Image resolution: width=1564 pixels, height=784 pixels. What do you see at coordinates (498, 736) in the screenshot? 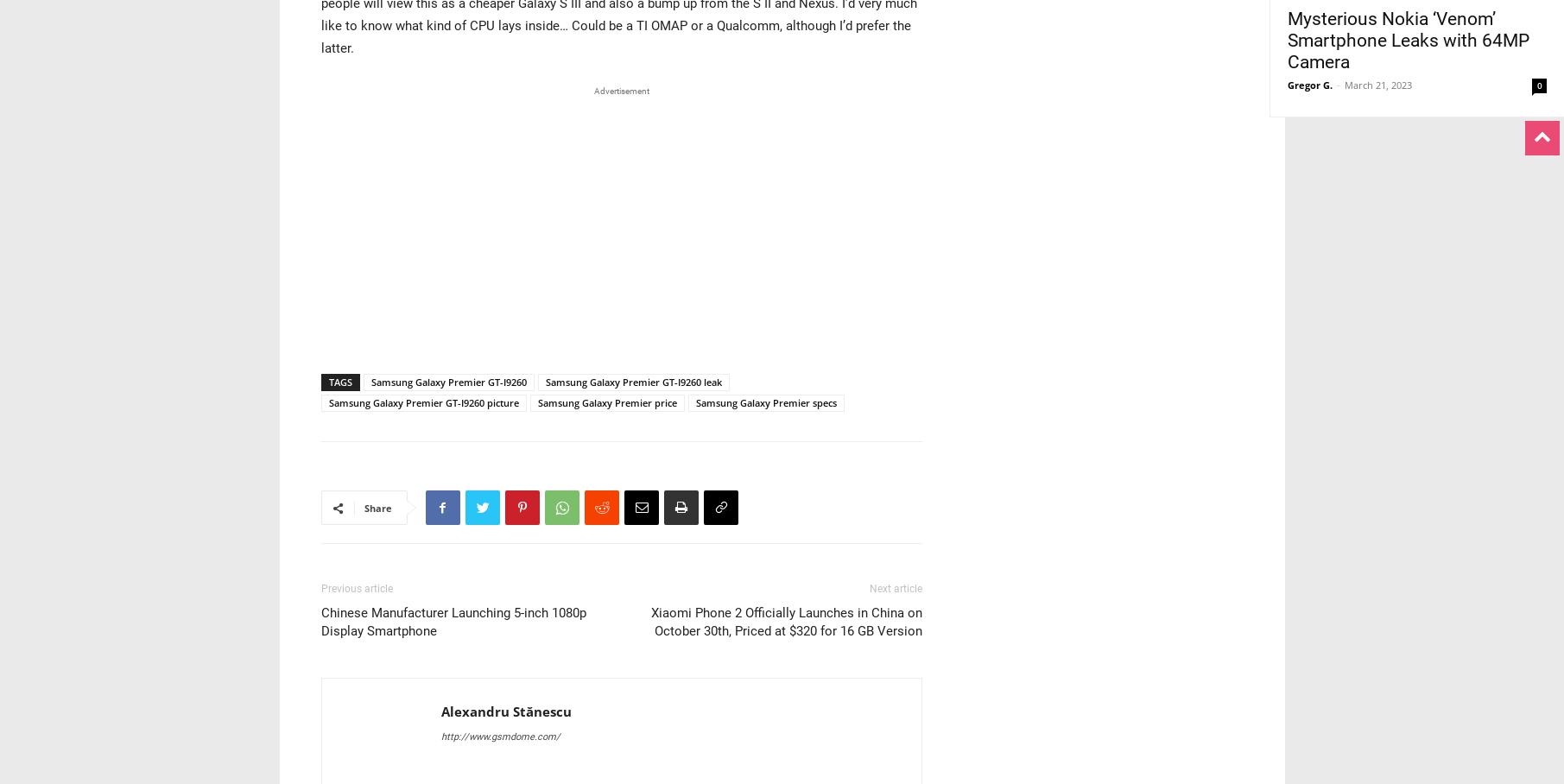
I see `'http://www.gsmdome.com/'` at bounding box center [498, 736].